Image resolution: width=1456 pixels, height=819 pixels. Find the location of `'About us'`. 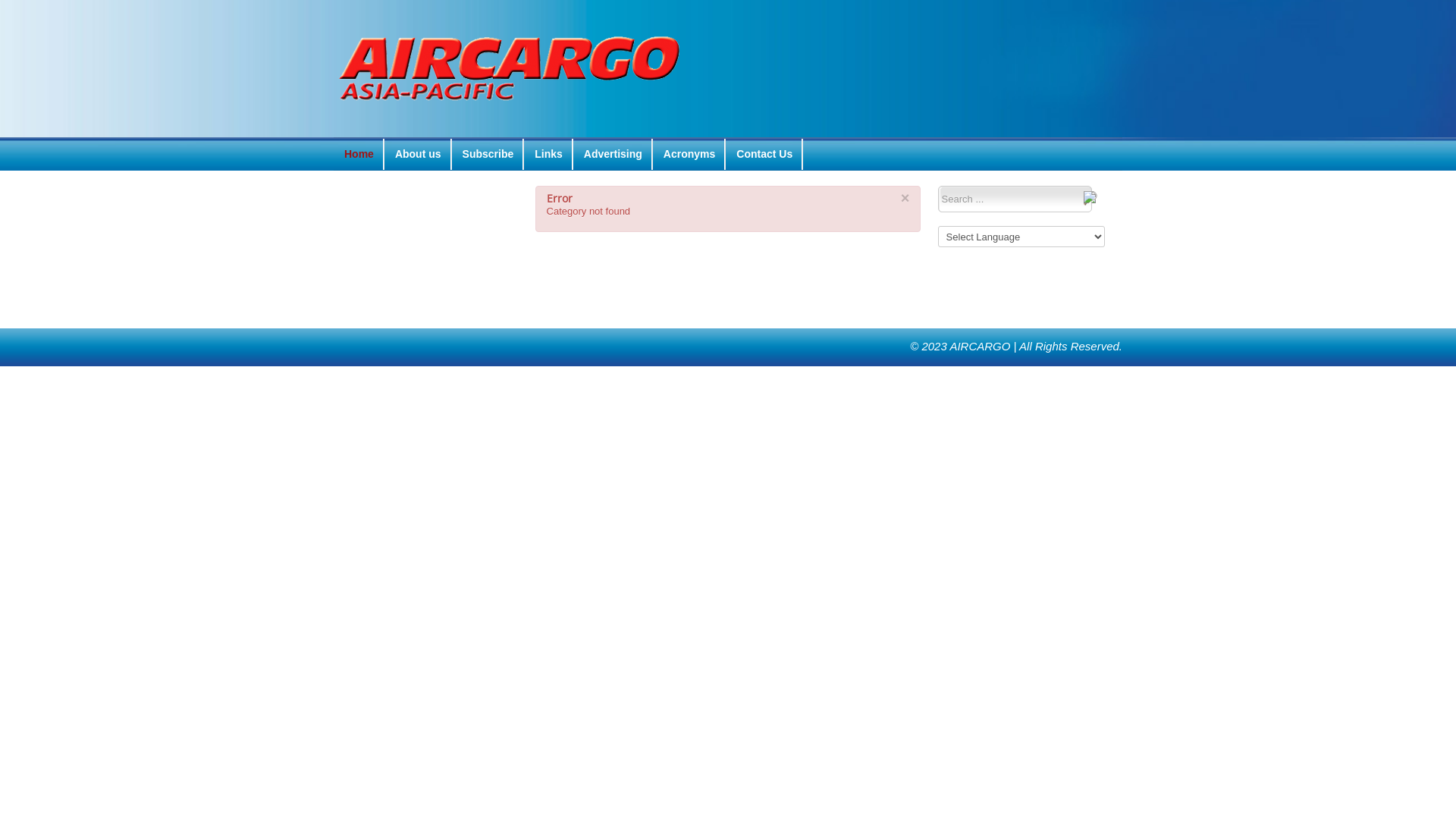

'About us' is located at coordinates (384, 154).